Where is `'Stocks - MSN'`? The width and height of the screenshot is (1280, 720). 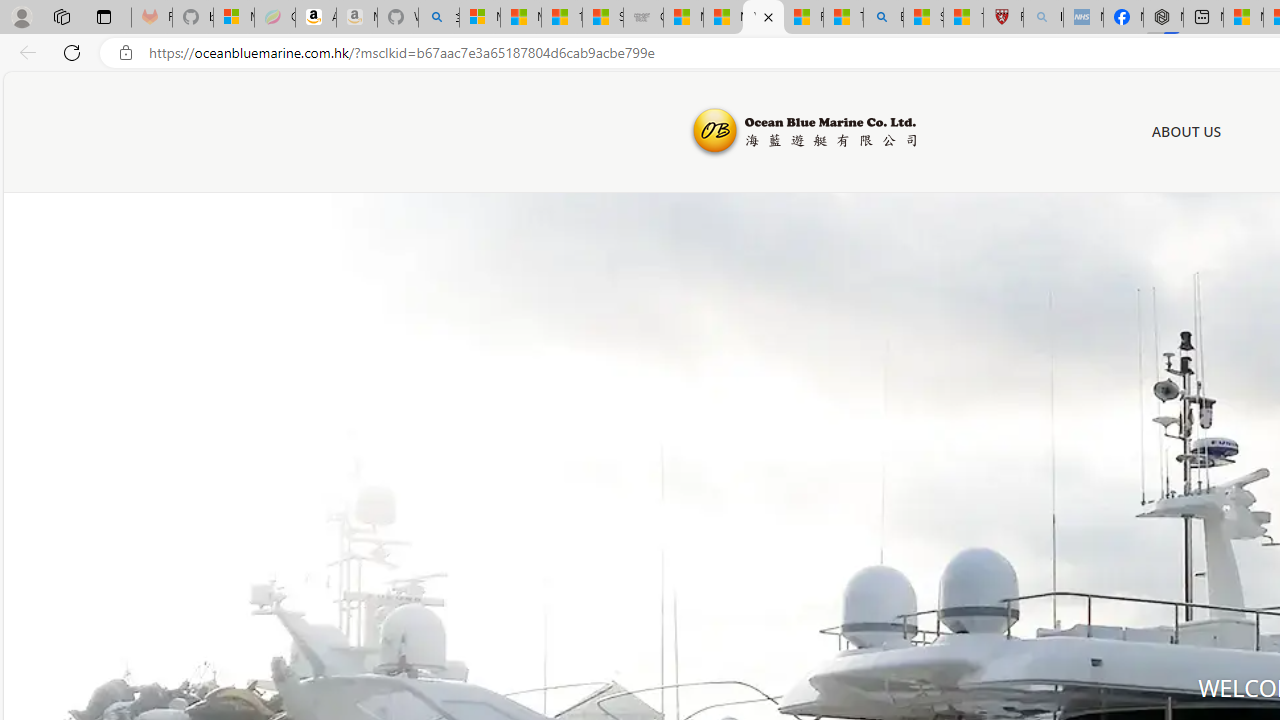
'Stocks - MSN' is located at coordinates (601, 17).